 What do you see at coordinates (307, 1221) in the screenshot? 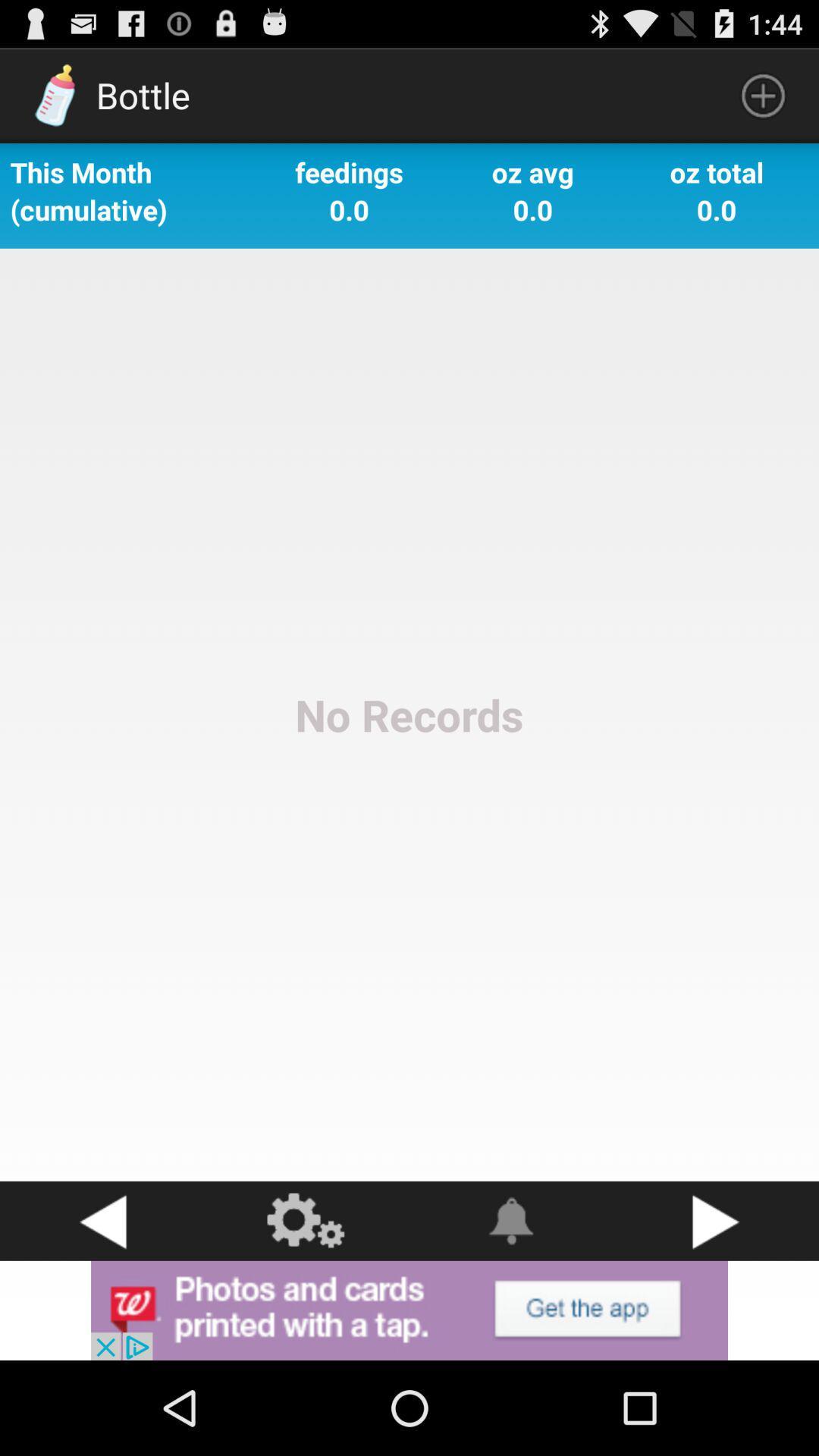
I see `setting button` at bounding box center [307, 1221].